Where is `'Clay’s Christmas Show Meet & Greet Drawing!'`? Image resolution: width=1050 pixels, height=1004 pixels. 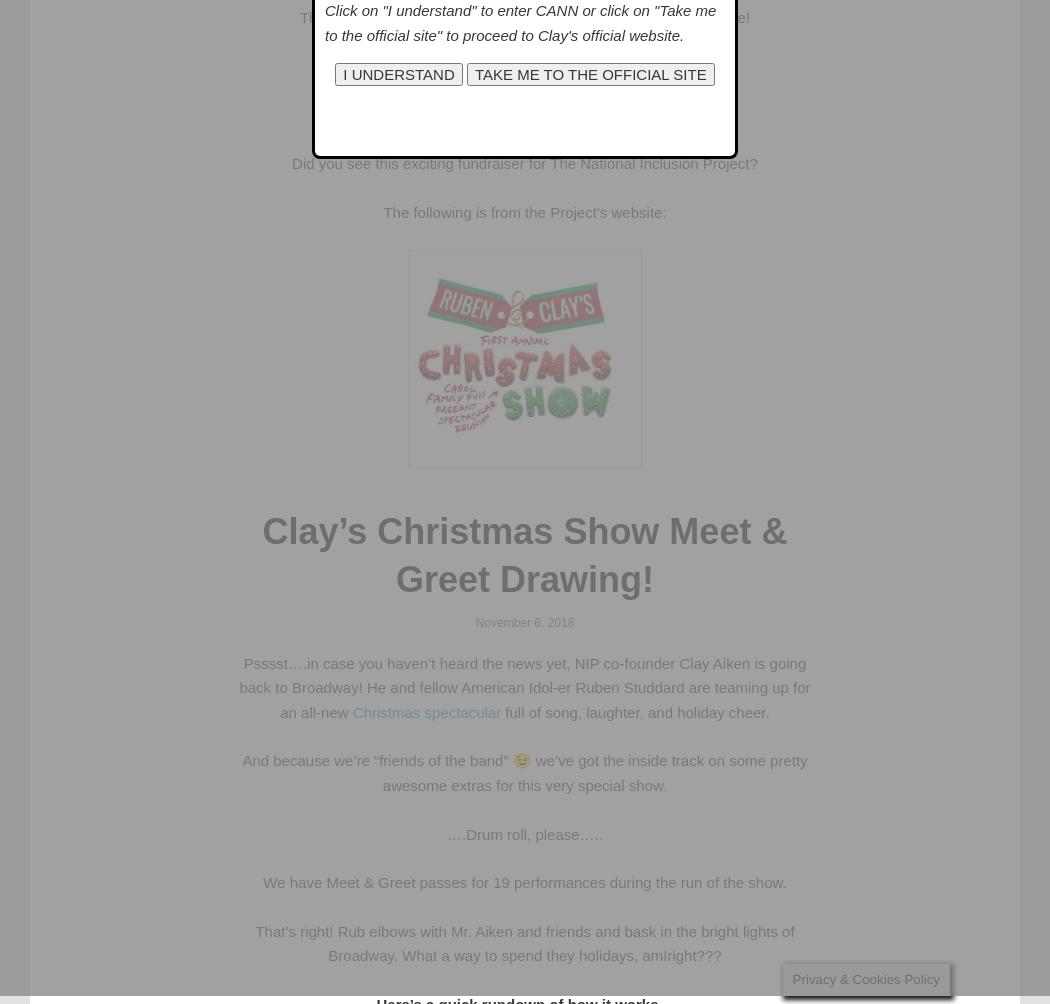
'Clay’s Christmas Show Meet & Greet Drawing!' is located at coordinates (523, 554).